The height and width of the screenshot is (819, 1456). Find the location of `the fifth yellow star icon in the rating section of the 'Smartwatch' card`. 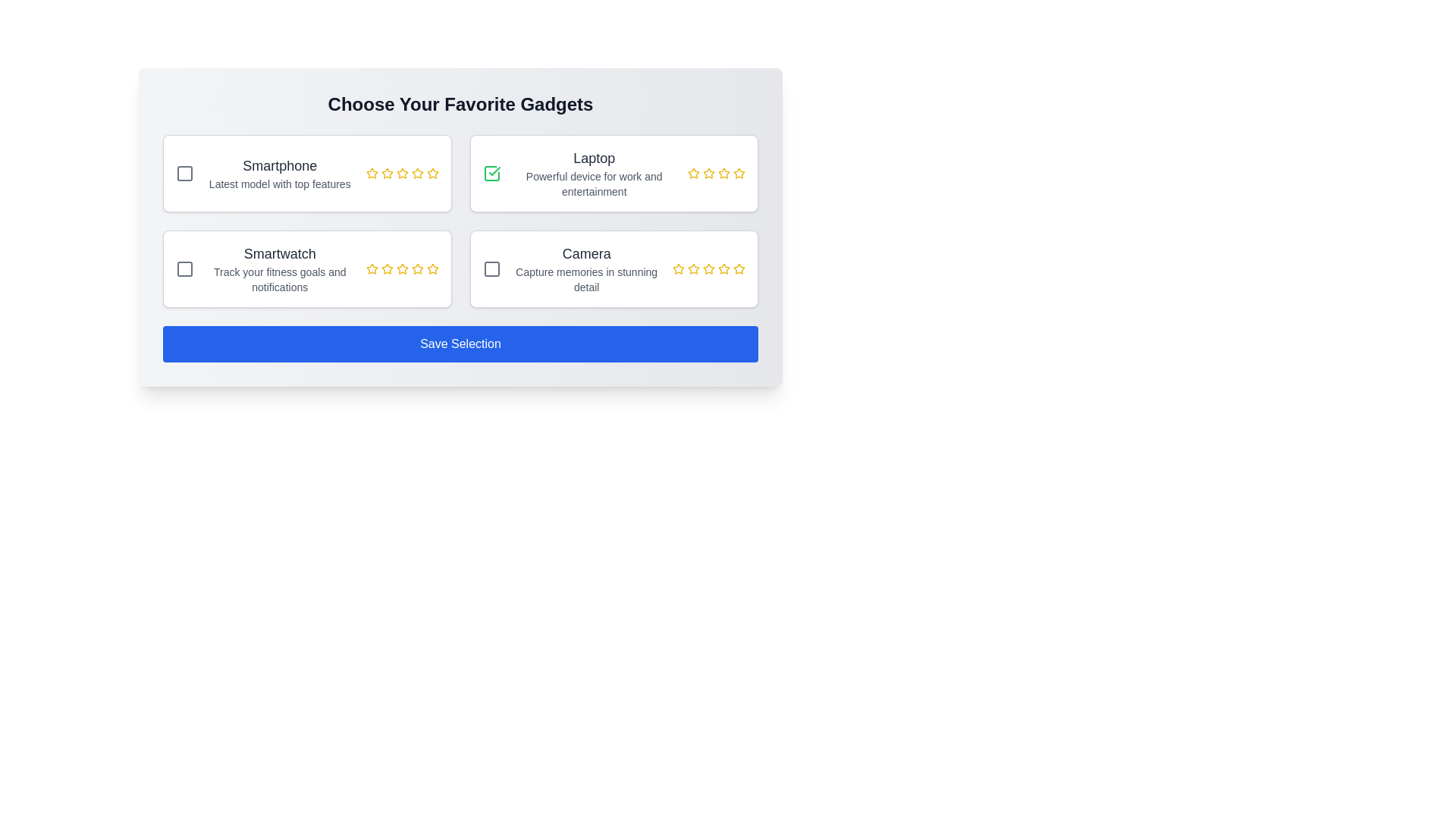

the fifth yellow star icon in the rating section of the 'Smartwatch' card is located at coordinates (431, 268).